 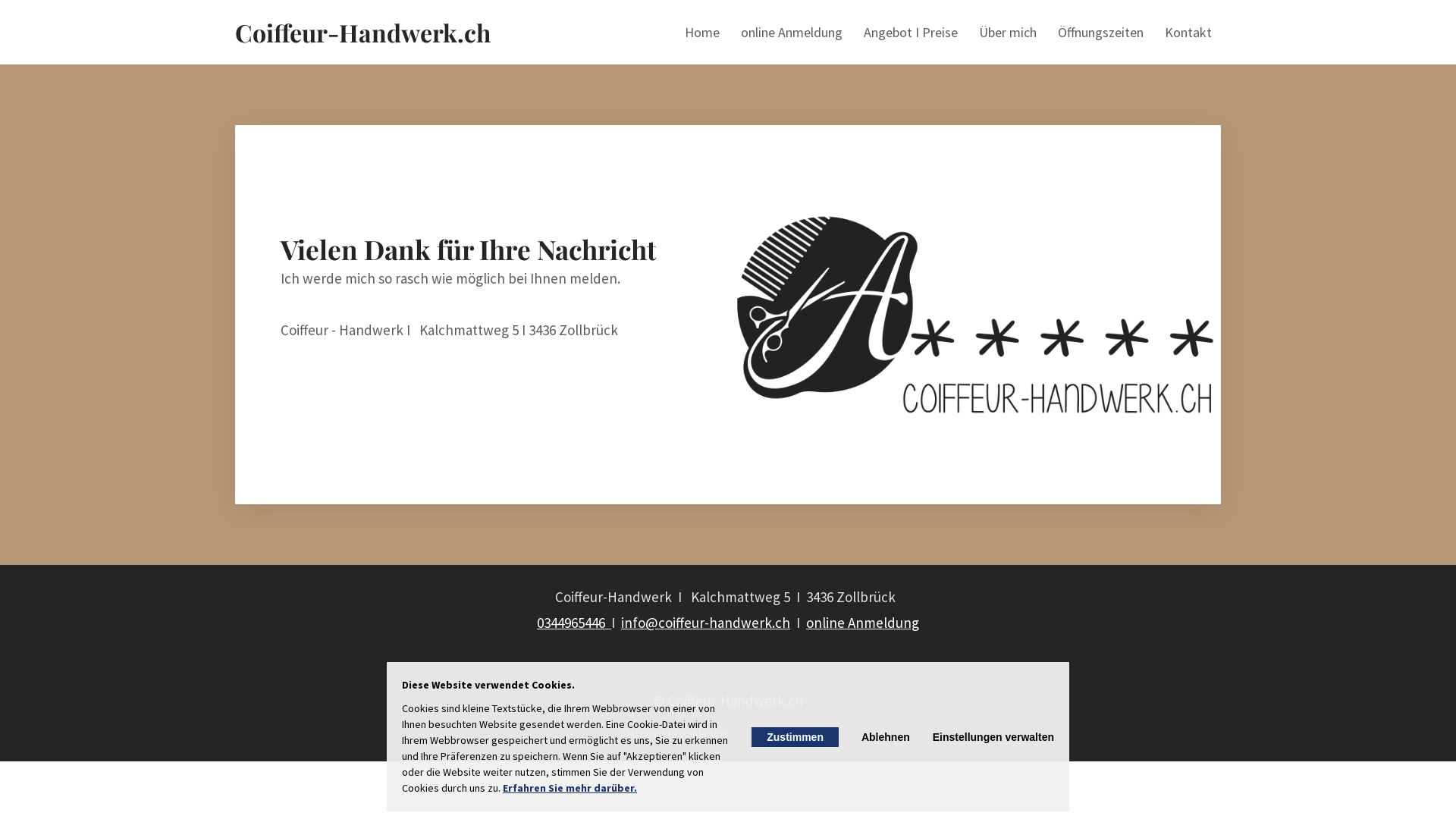 I want to click on 'Coiffeur-Handwerk.ch', so click(x=362, y=32).